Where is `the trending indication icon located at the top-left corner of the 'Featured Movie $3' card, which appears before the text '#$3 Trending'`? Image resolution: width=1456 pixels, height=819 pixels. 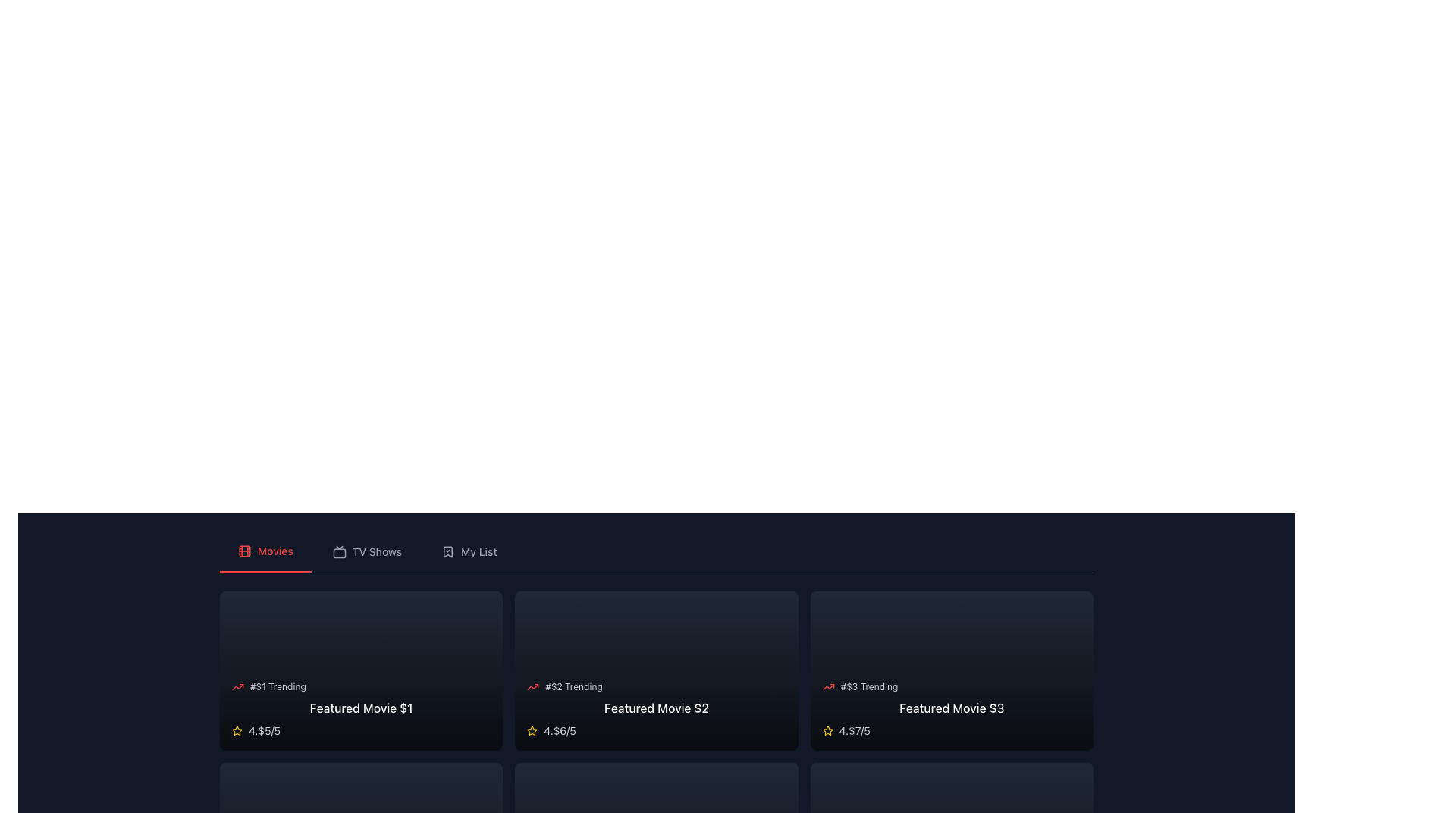
the trending indication icon located at the top-left corner of the 'Featured Movie $3' card, which appears before the text '#$3 Trending' is located at coordinates (827, 687).